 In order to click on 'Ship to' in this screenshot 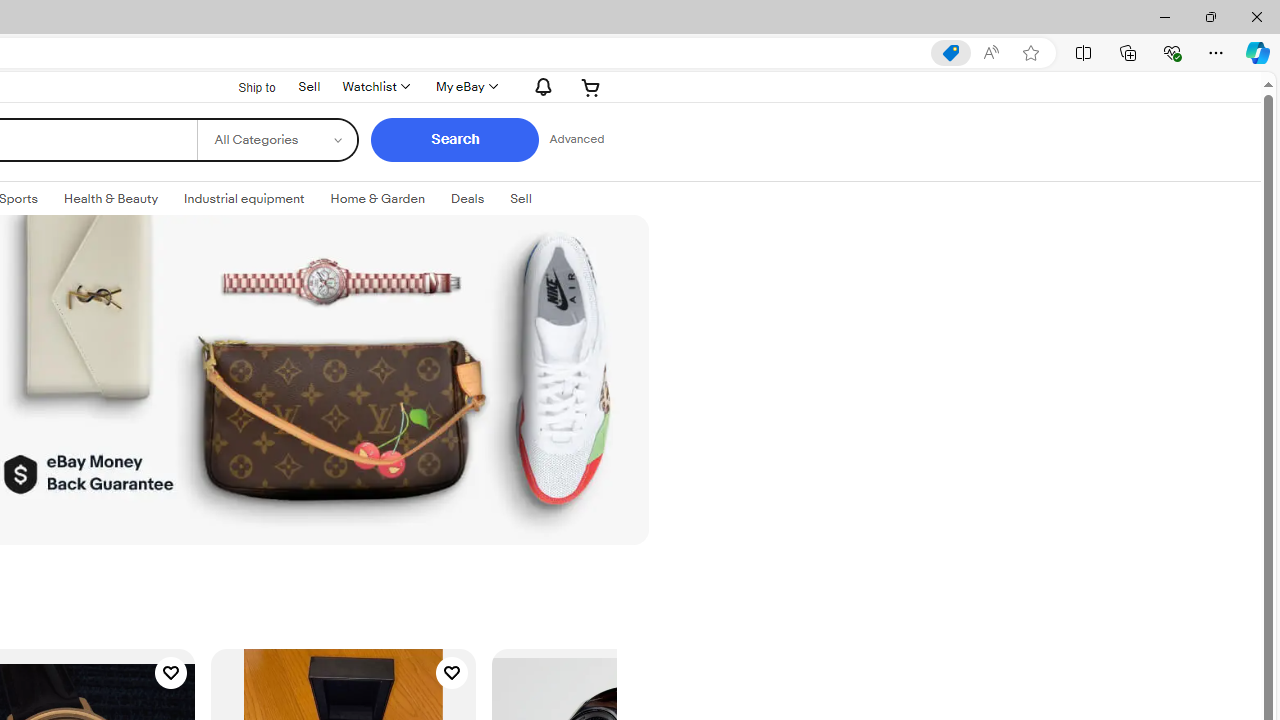, I will do `click(243, 86)`.